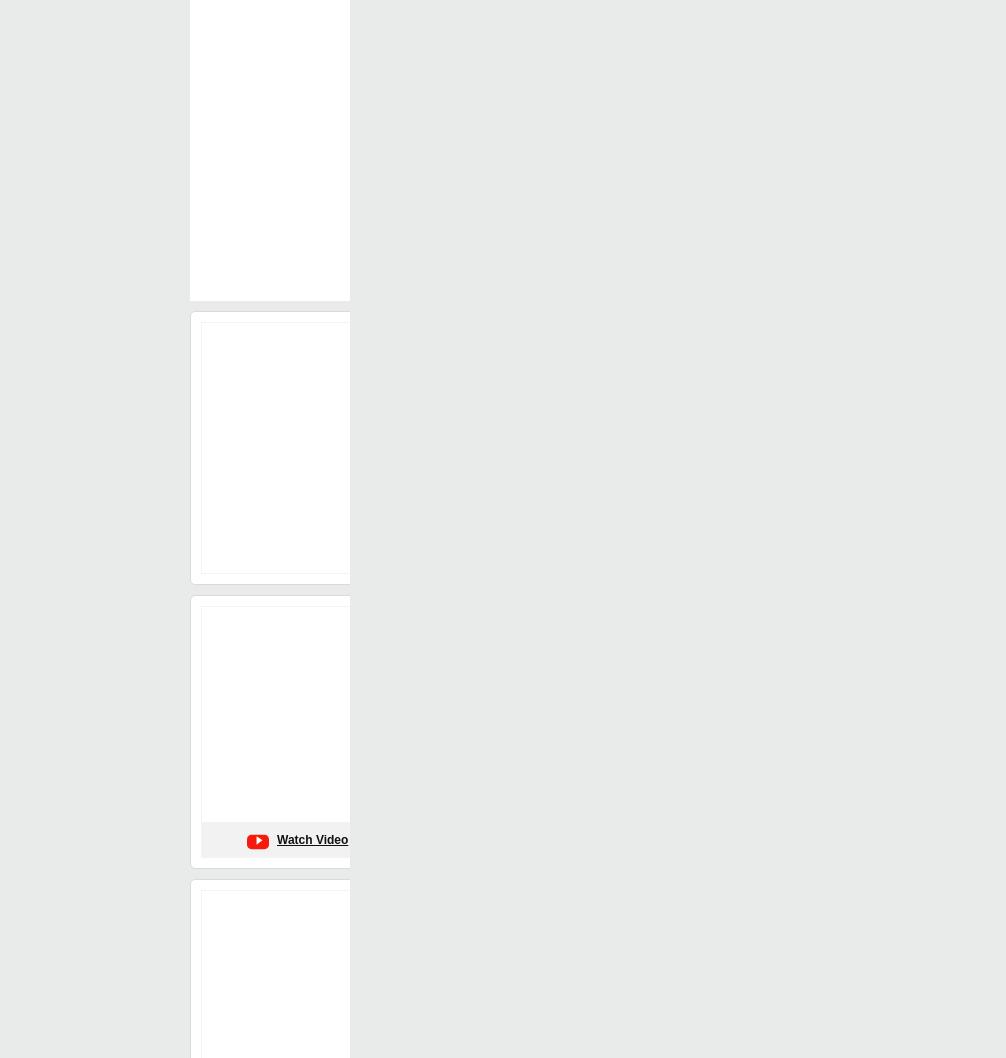 This screenshot has width=1006, height=1058. I want to click on ':  12 cm', so click(556, 810).